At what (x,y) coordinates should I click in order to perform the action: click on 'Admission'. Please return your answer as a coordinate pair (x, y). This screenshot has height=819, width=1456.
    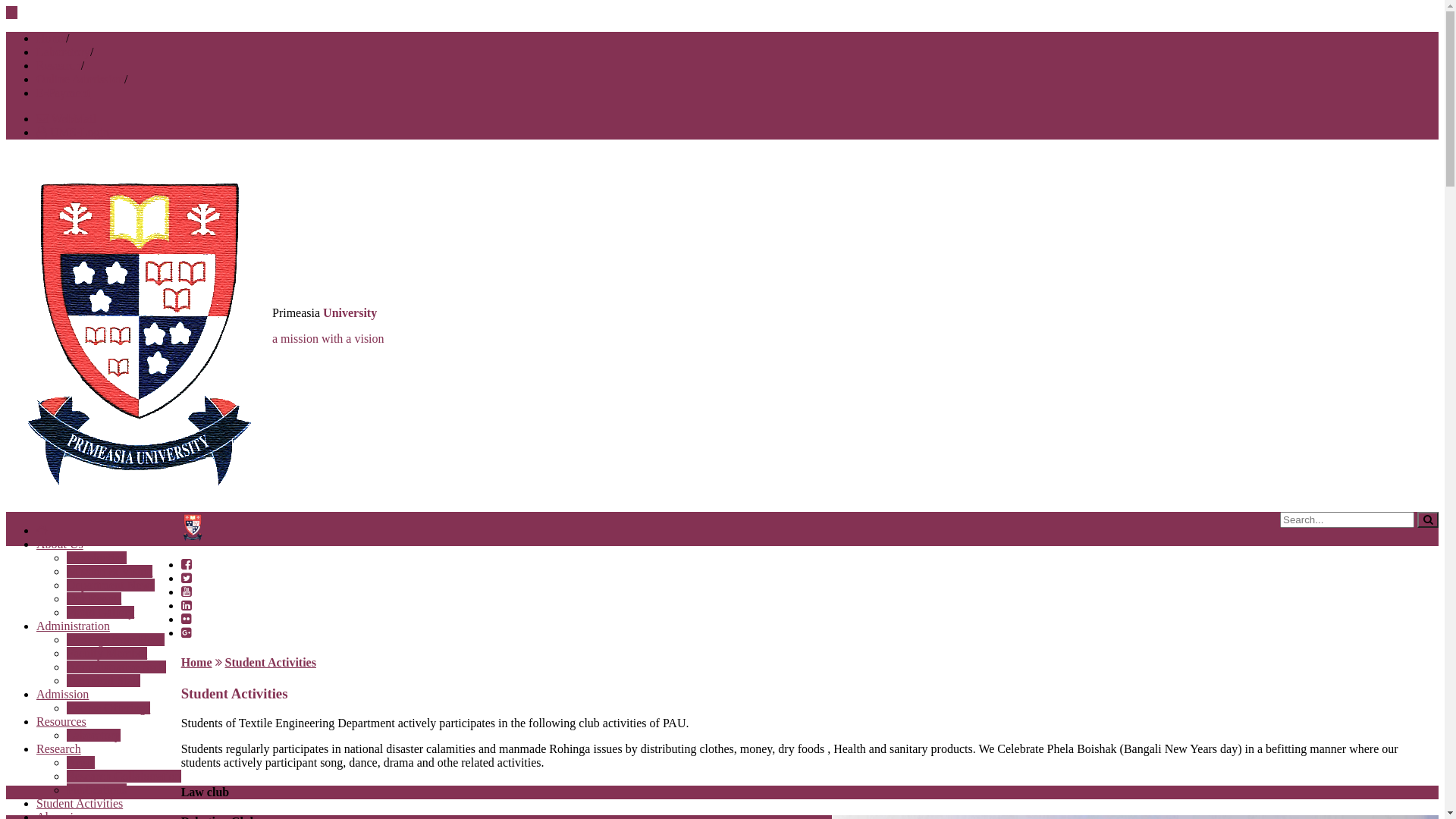
    Looking at the image, I should click on (61, 694).